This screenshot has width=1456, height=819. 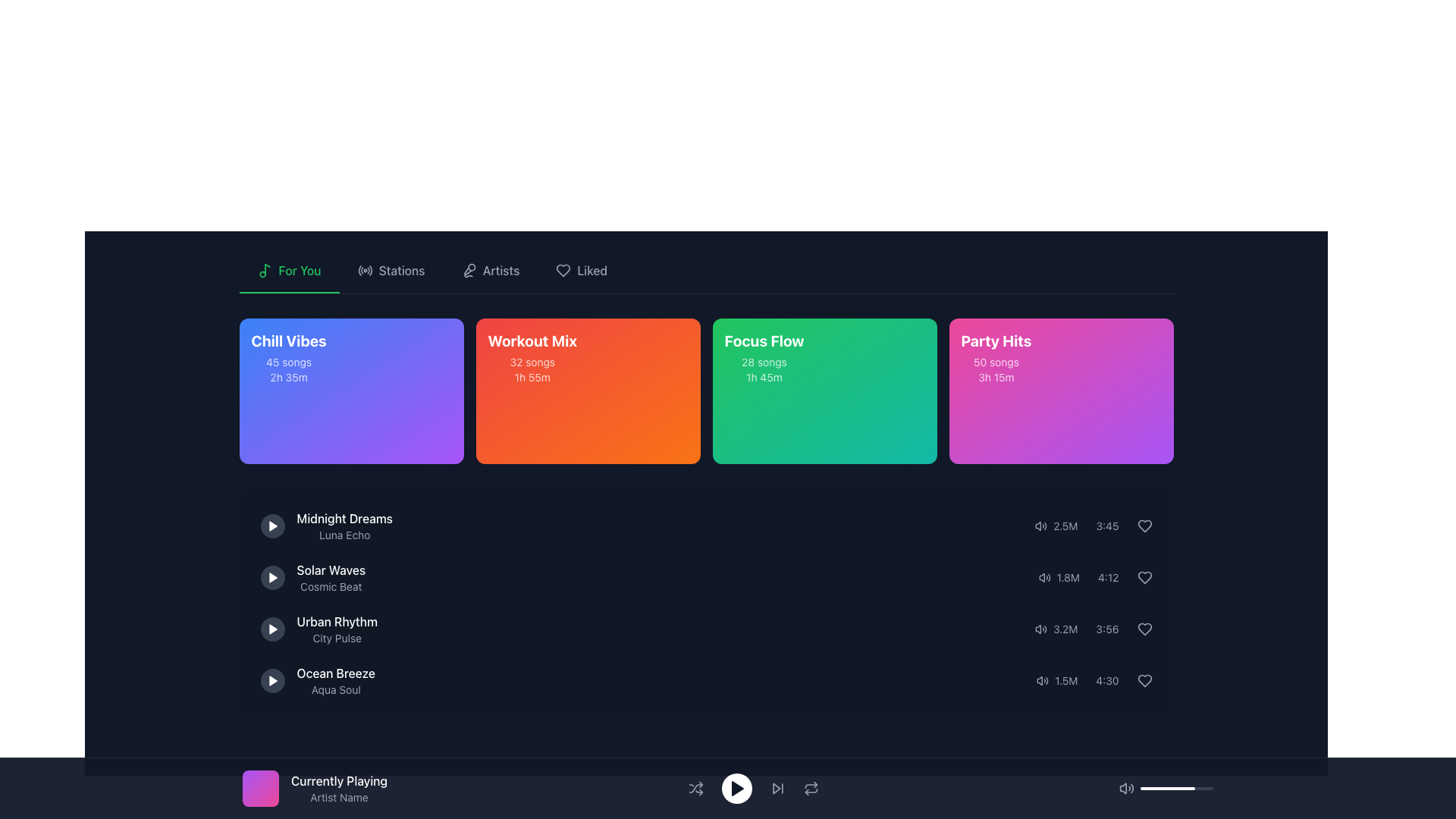 What do you see at coordinates (1148, 788) in the screenshot?
I see `the slider` at bounding box center [1148, 788].